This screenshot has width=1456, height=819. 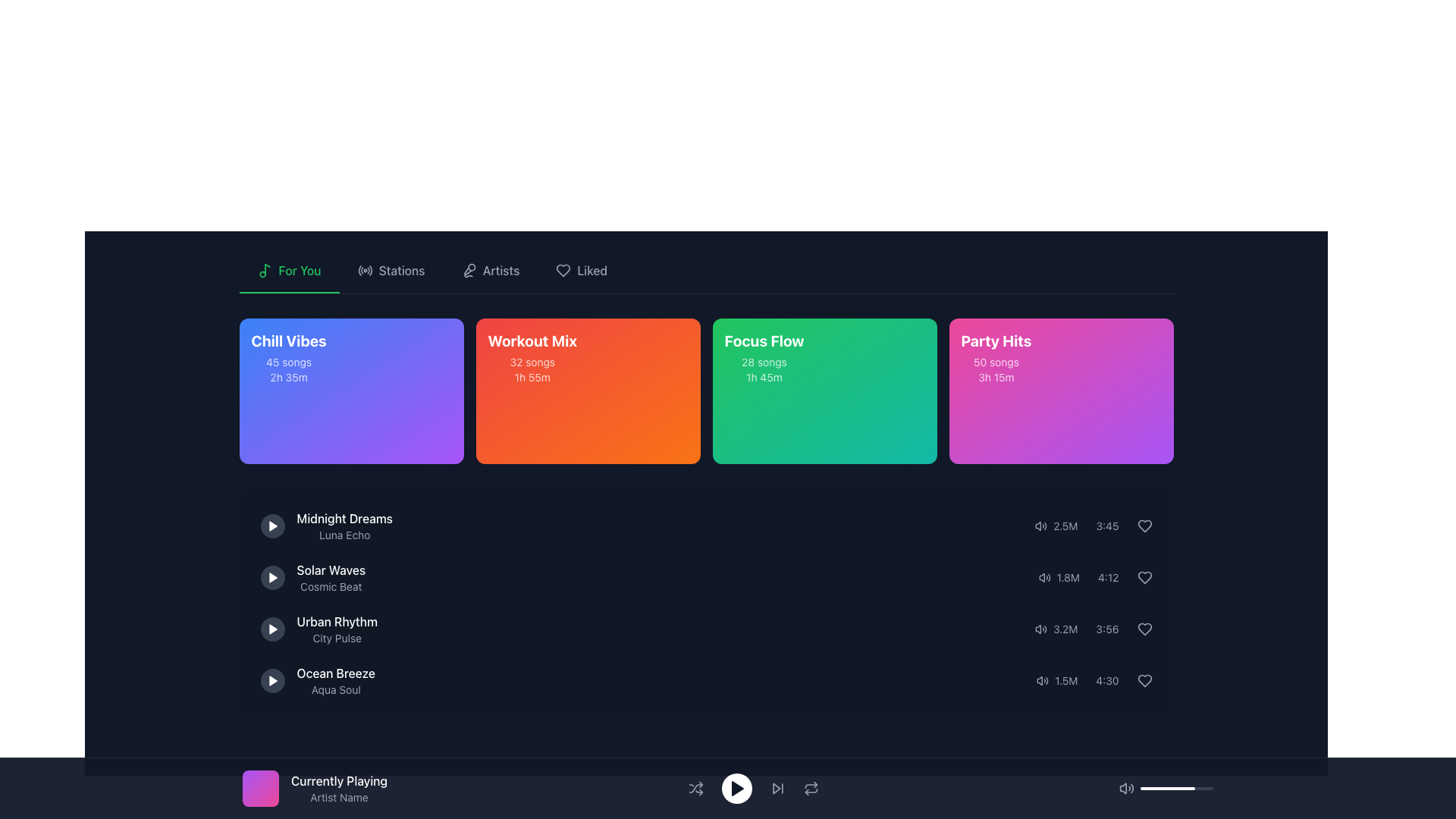 What do you see at coordinates (1148, 788) in the screenshot?
I see `the slider` at bounding box center [1148, 788].